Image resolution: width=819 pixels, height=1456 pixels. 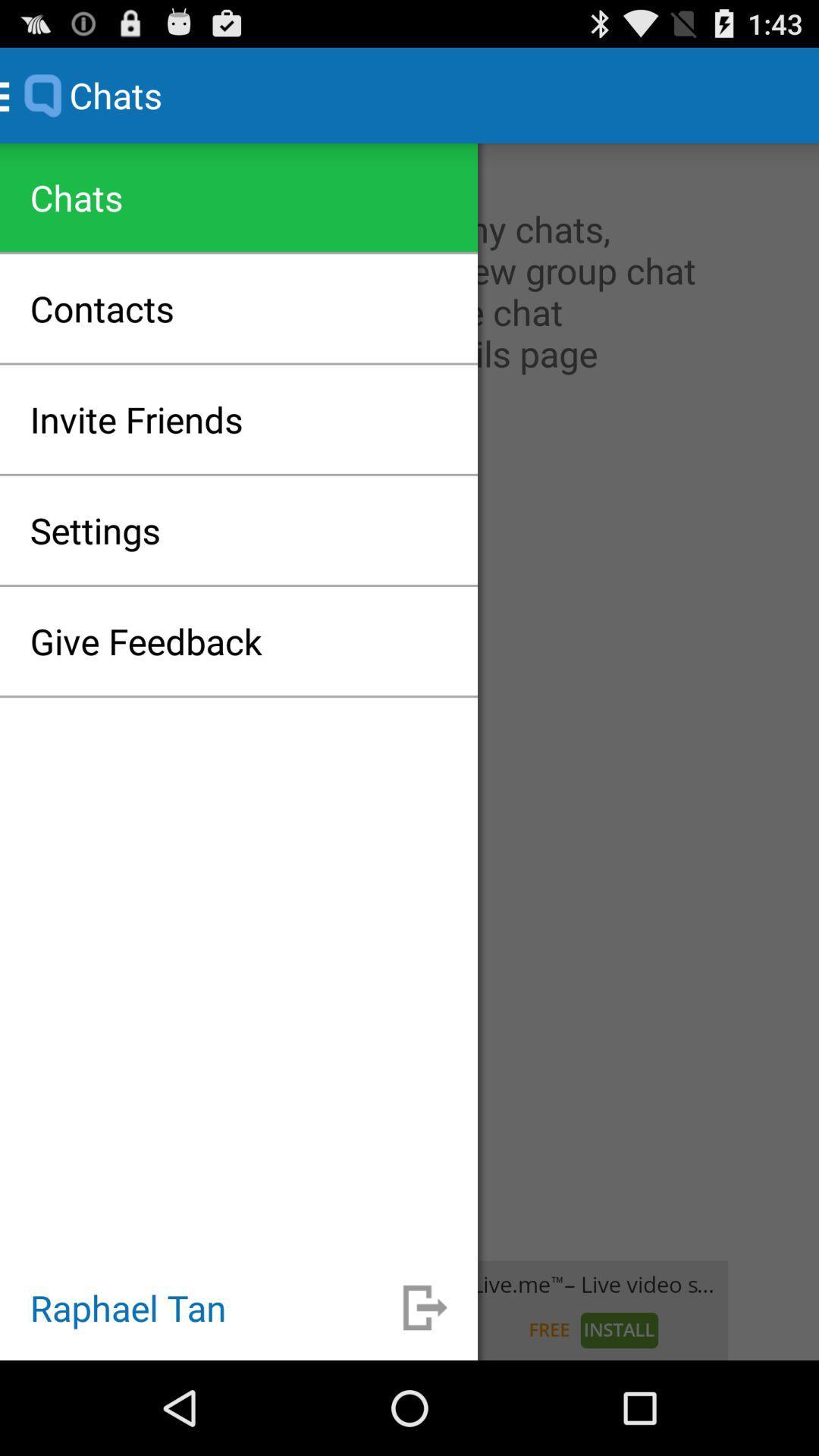 I want to click on minimize menu, so click(x=425, y=1307).